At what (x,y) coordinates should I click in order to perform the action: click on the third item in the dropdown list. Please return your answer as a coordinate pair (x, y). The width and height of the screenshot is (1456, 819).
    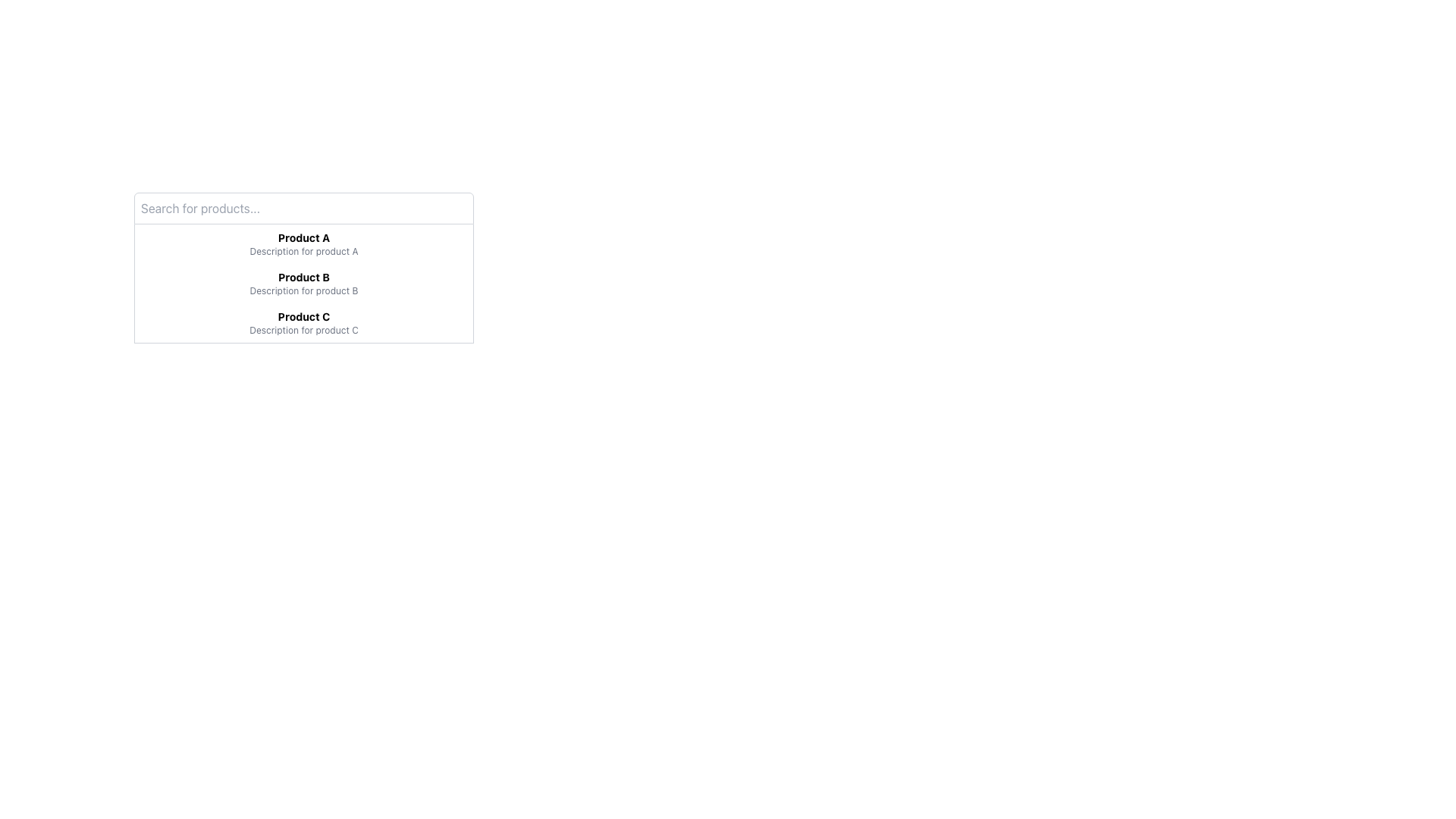
    Looking at the image, I should click on (303, 322).